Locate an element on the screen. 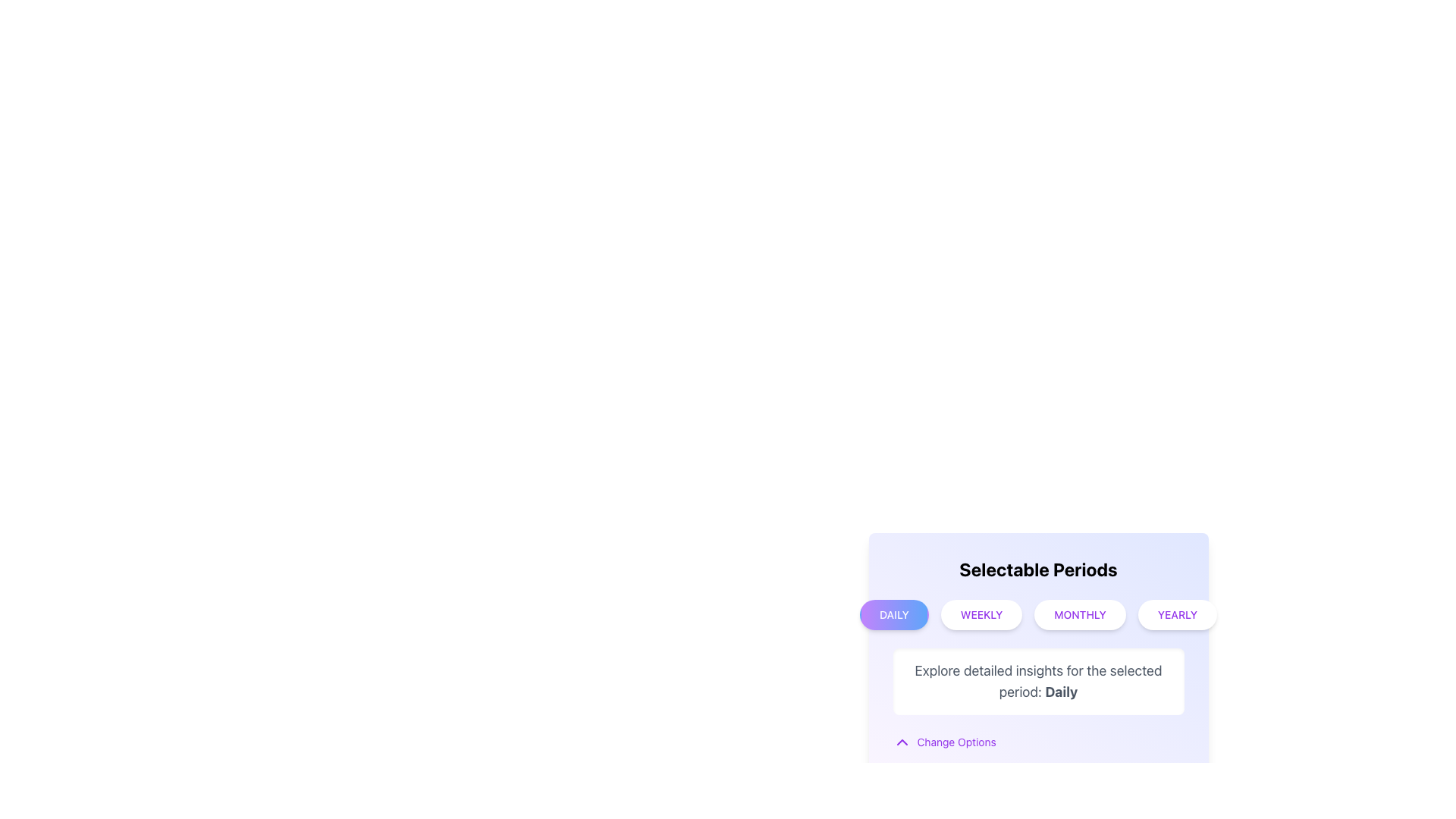 The image size is (1456, 819). the 'DAILY' button, which has a gradient background transitioning from purple to blue and displays the text 'DAILY' in uppercase white font, located in the 'Selectable Periods' section is located at coordinates (894, 614).